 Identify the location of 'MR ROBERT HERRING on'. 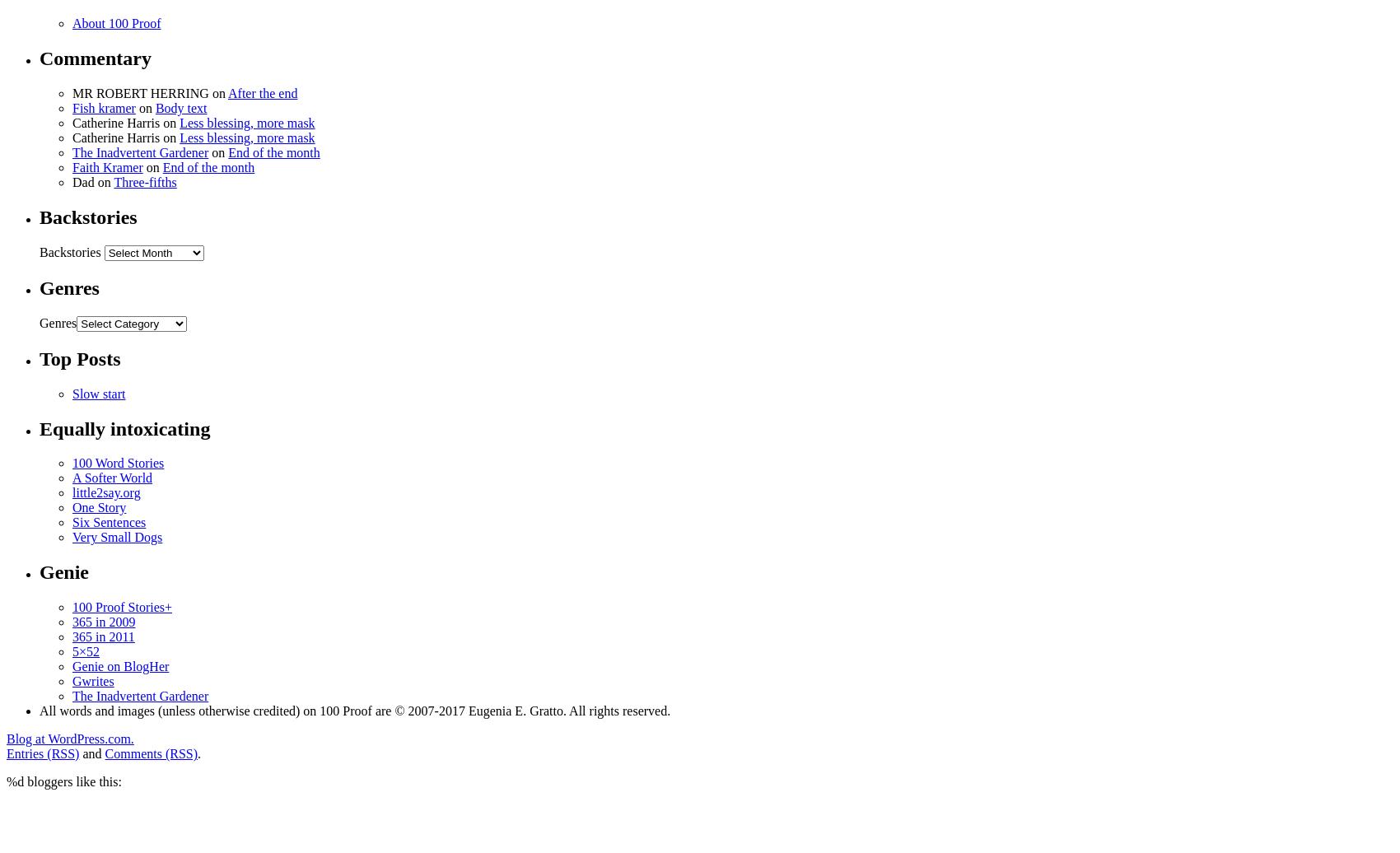
(149, 93).